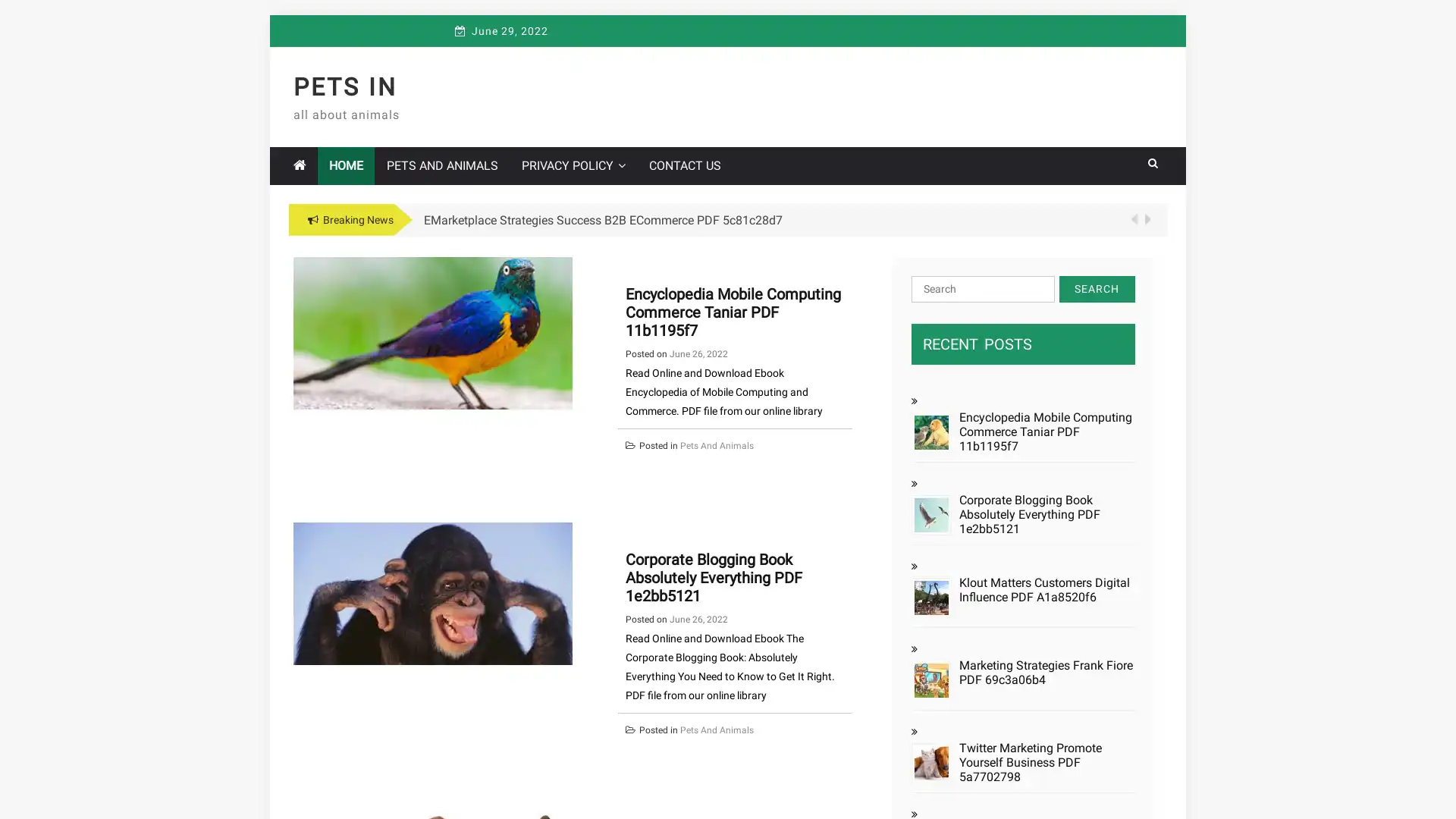  Describe the element at coordinates (1096, 288) in the screenshot. I see `Search` at that location.